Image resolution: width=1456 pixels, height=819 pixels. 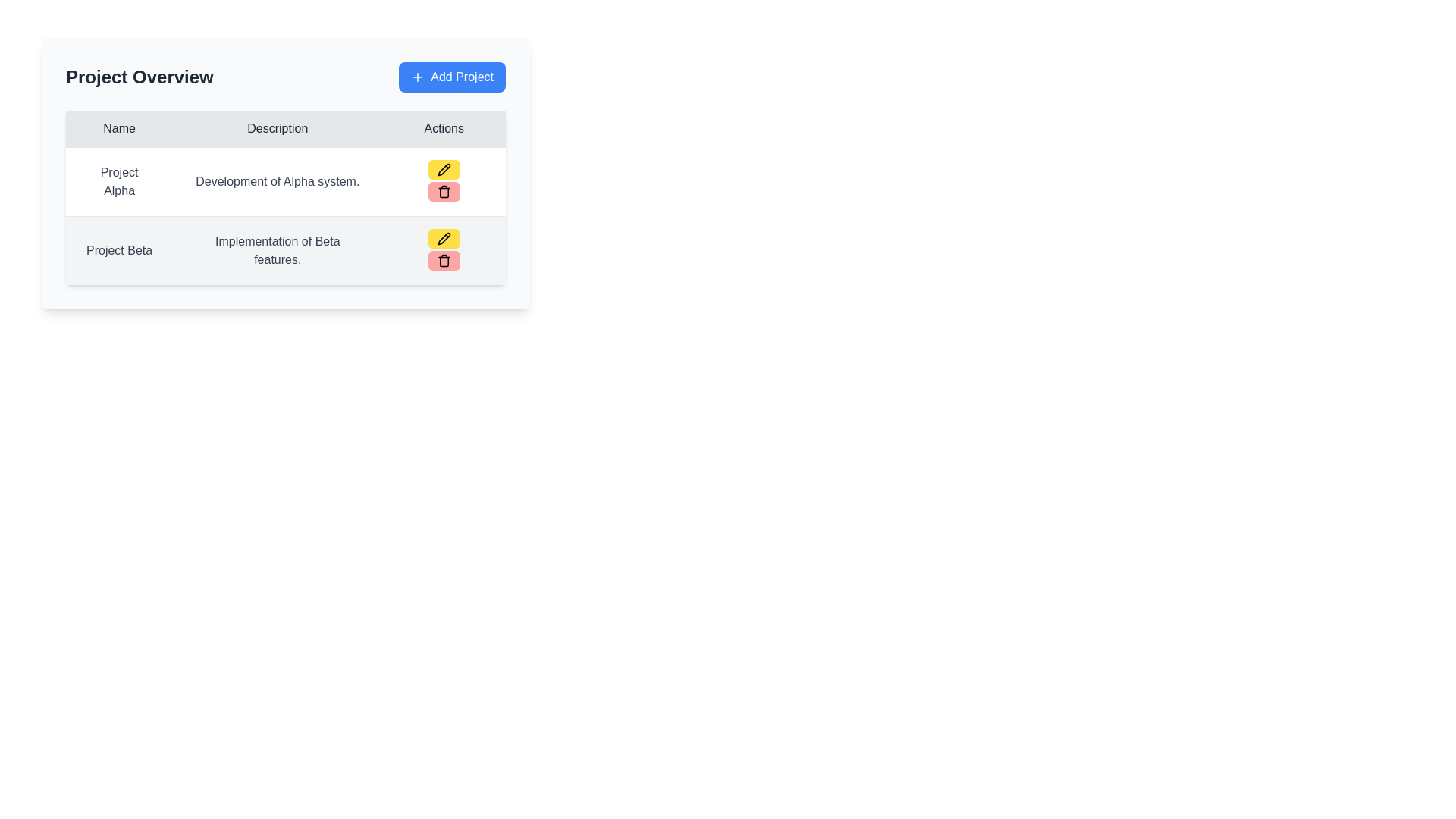 I want to click on the text label 'Project Beta' located in the second row of the table under the 'Name' column, which is styled with gray text color and centered alignment, so click(x=118, y=249).